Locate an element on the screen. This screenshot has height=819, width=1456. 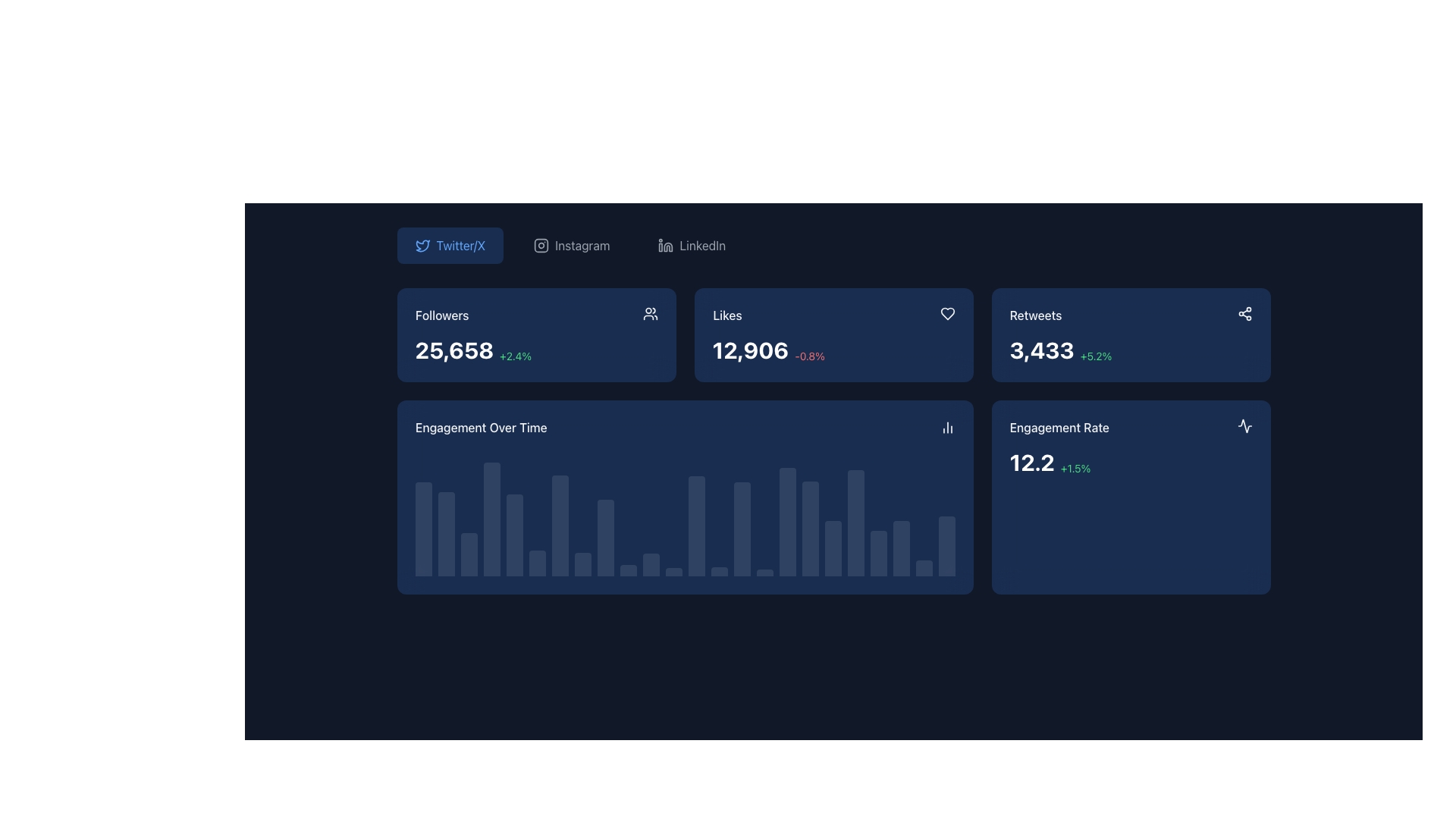
the 'Instagram' button, which is a horizontally-aligned button labeled with the text 'Instagram' and an icon resembling a camera, located at the top-right of other buttons is located at coordinates (571, 245).